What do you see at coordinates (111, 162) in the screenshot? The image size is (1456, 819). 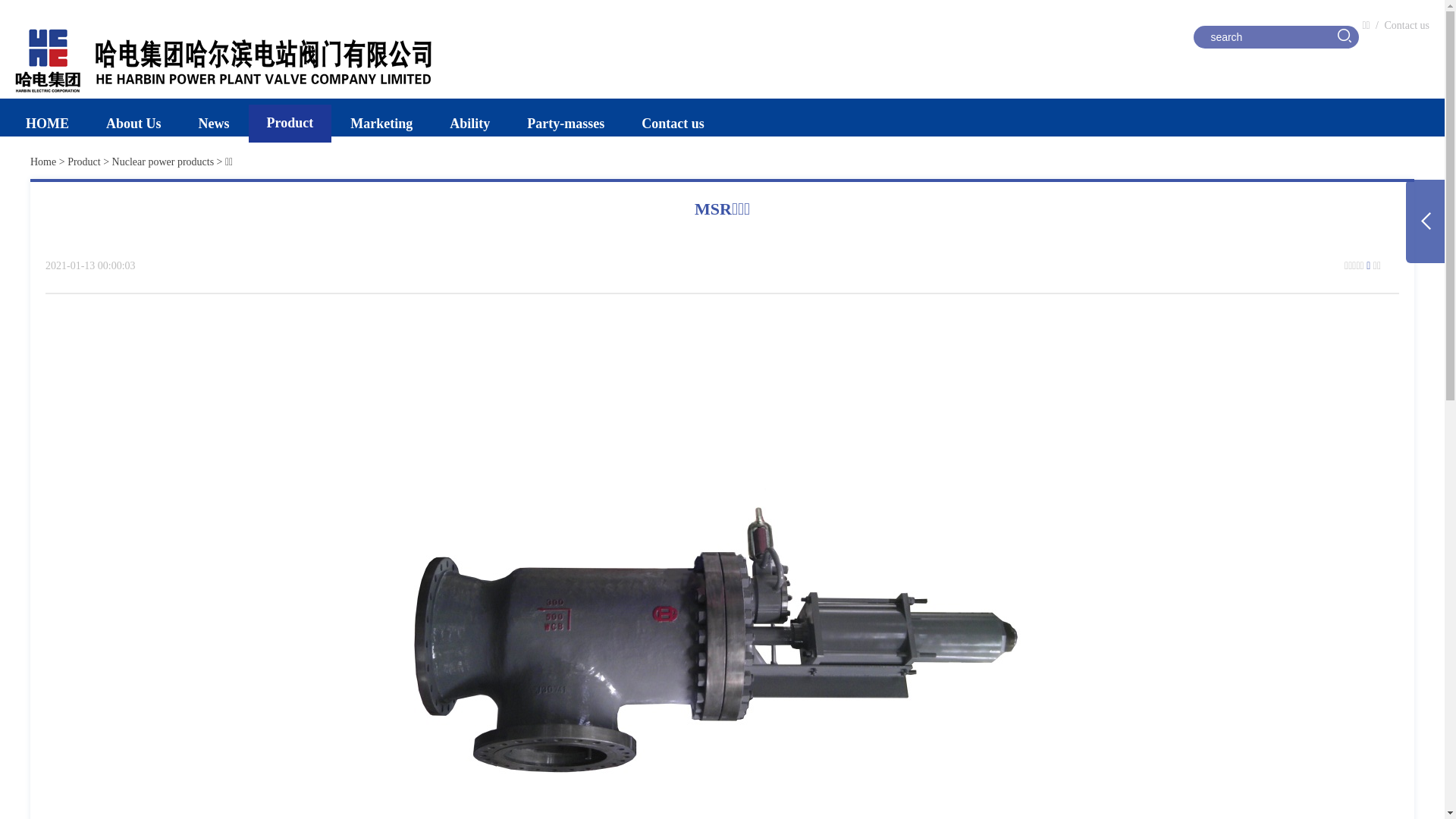 I see `'Nuclear power products'` at bounding box center [111, 162].